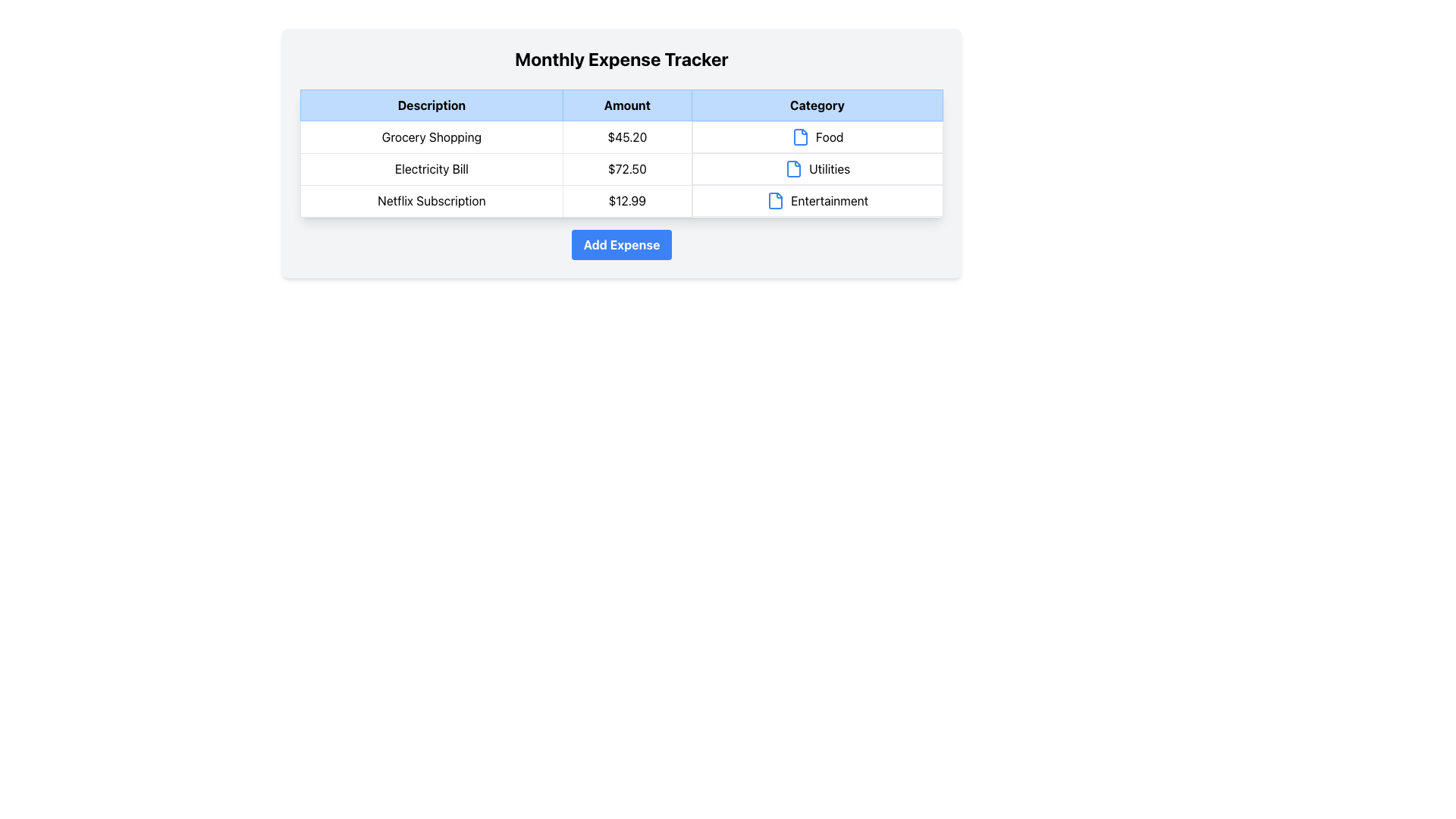  I want to click on the static text component displaying the monetary value for the 'Electricity Bill' entry in the 'Monthly Expense Tracker', so click(627, 169).